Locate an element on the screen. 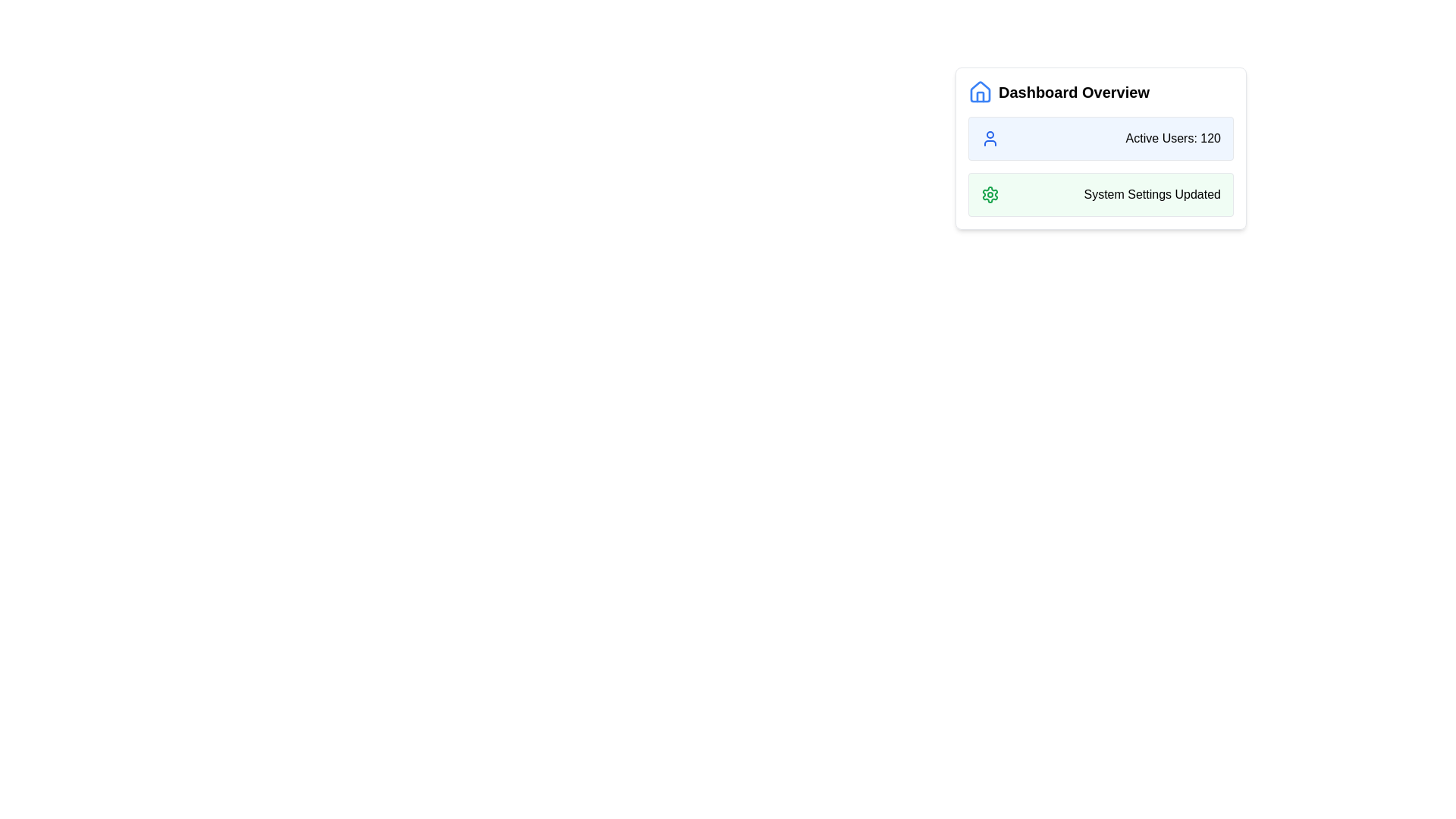 The height and width of the screenshot is (819, 1456). the 'Dashboard Overview' text heading with an icon is located at coordinates (1100, 93).